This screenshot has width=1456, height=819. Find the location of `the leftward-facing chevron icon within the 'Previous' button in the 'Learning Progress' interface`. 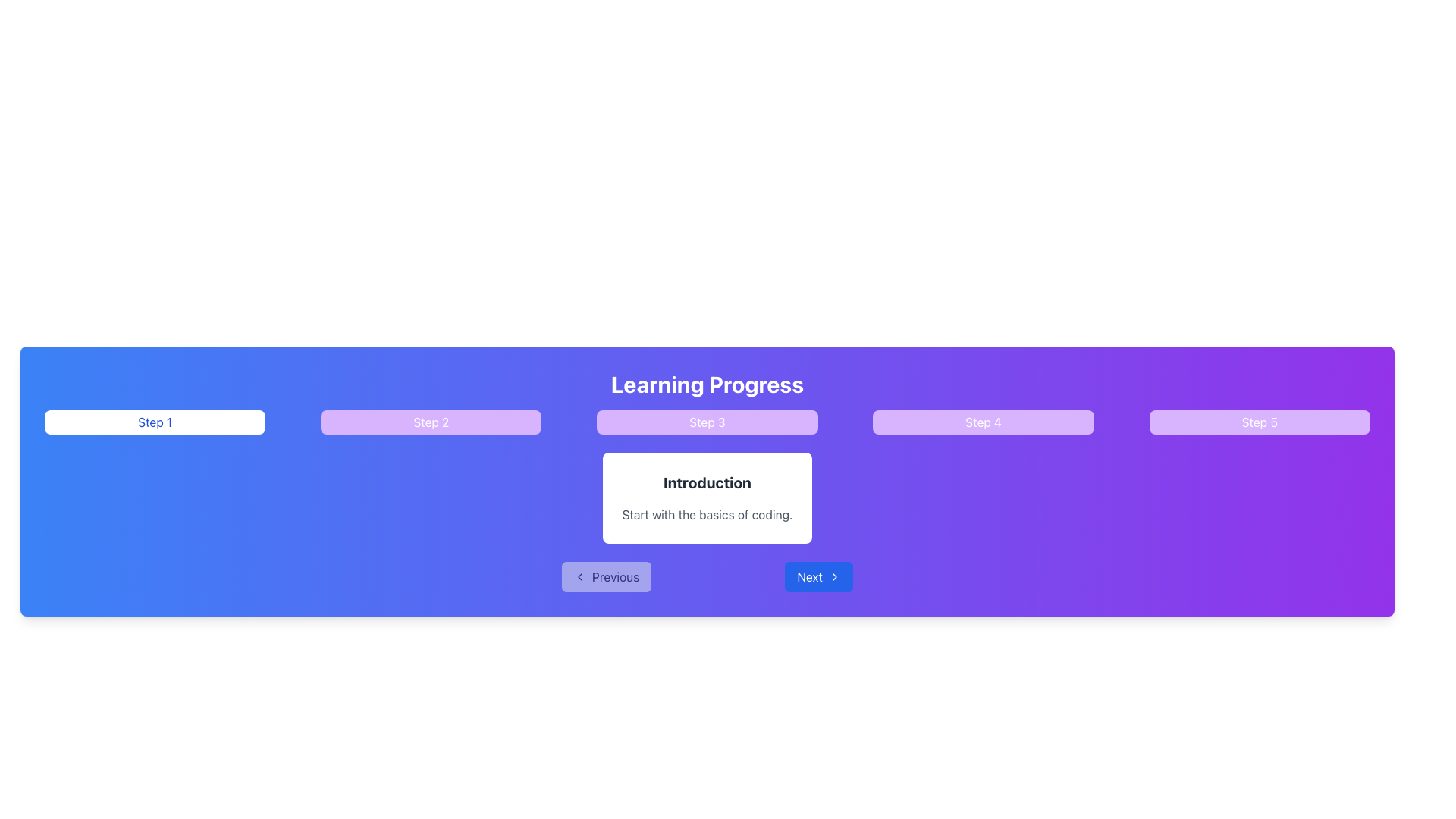

the leftward-facing chevron icon within the 'Previous' button in the 'Learning Progress' interface is located at coordinates (579, 576).